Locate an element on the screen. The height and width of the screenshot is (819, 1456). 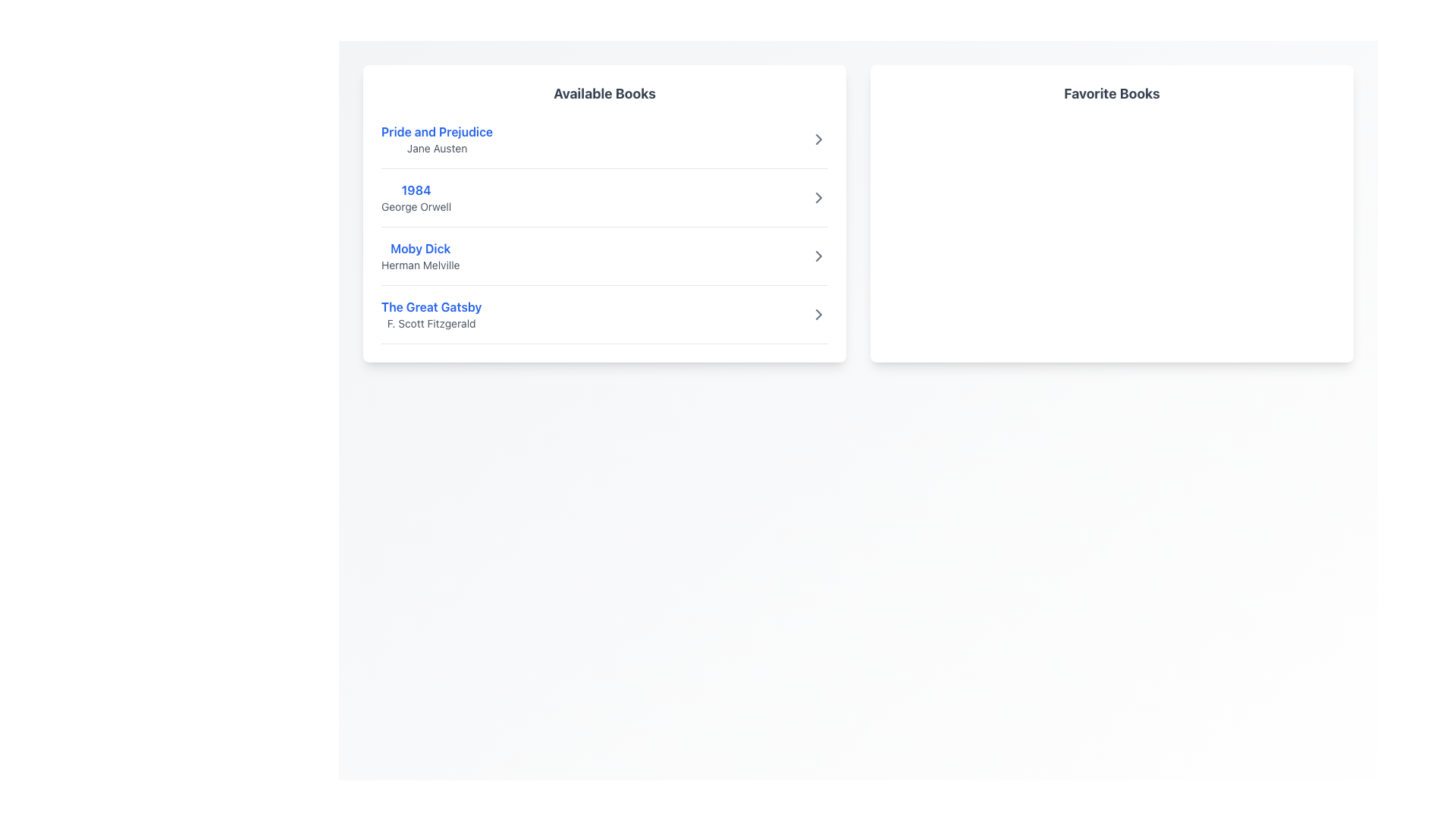
a book row within the 'Available Books' panel is located at coordinates (604, 213).